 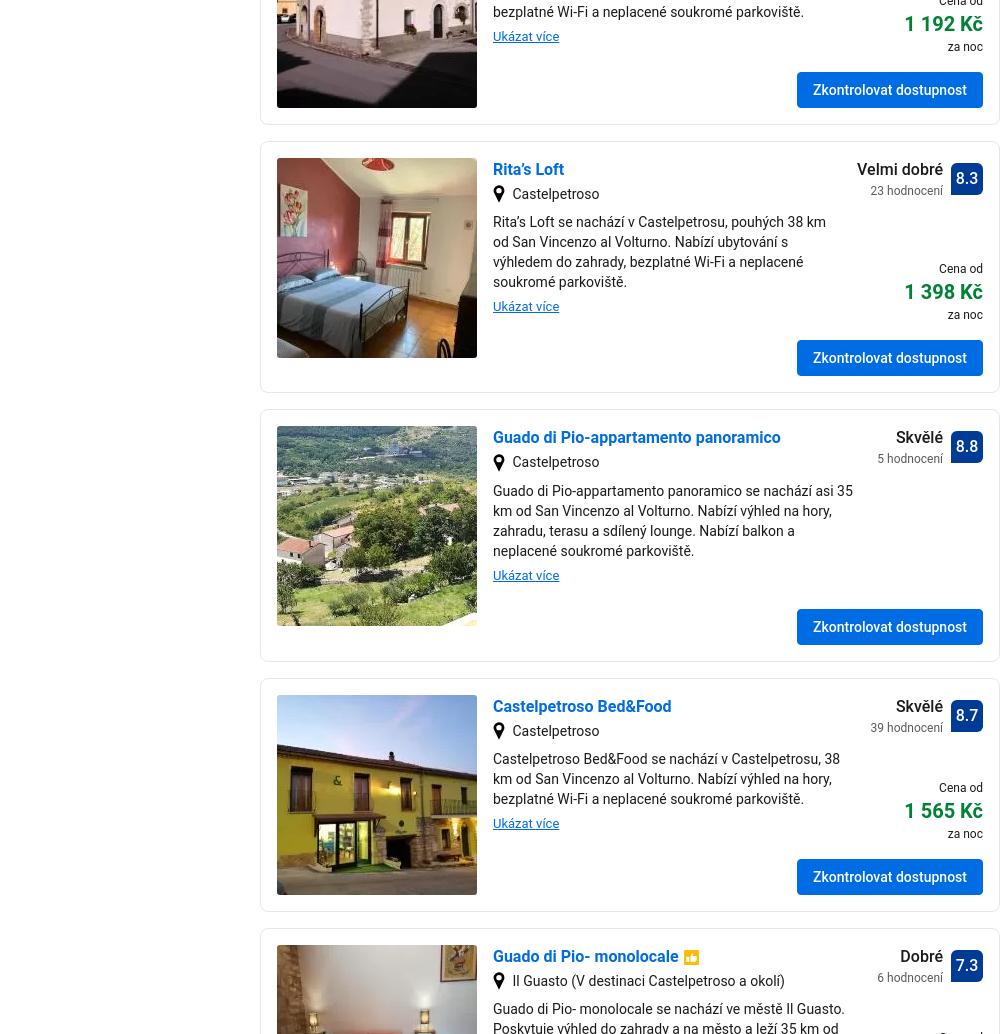 What do you see at coordinates (965, 445) in the screenshot?
I see `'8.8'` at bounding box center [965, 445].